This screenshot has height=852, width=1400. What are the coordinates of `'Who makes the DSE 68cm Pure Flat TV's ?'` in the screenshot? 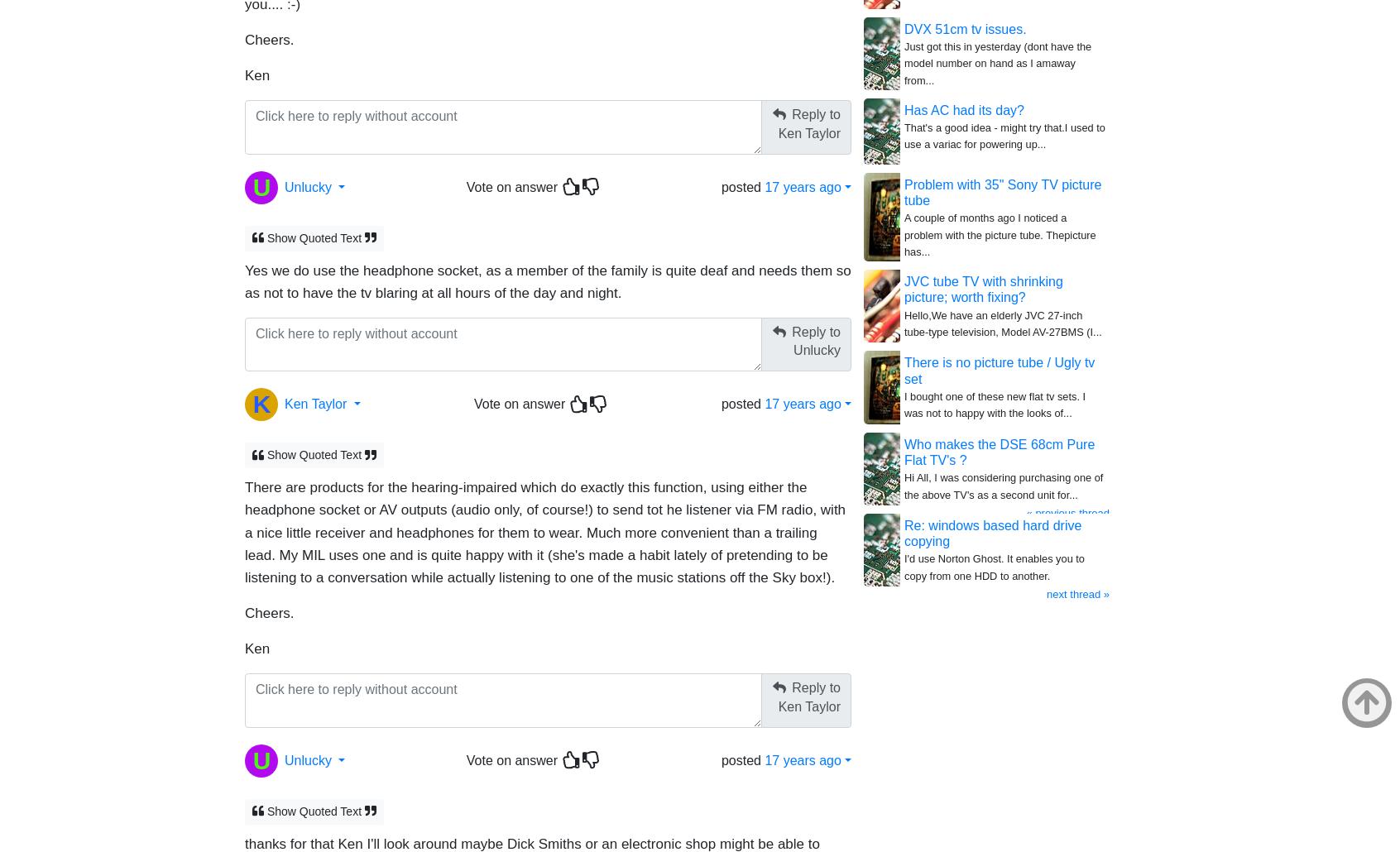 It's located at (999, 452).